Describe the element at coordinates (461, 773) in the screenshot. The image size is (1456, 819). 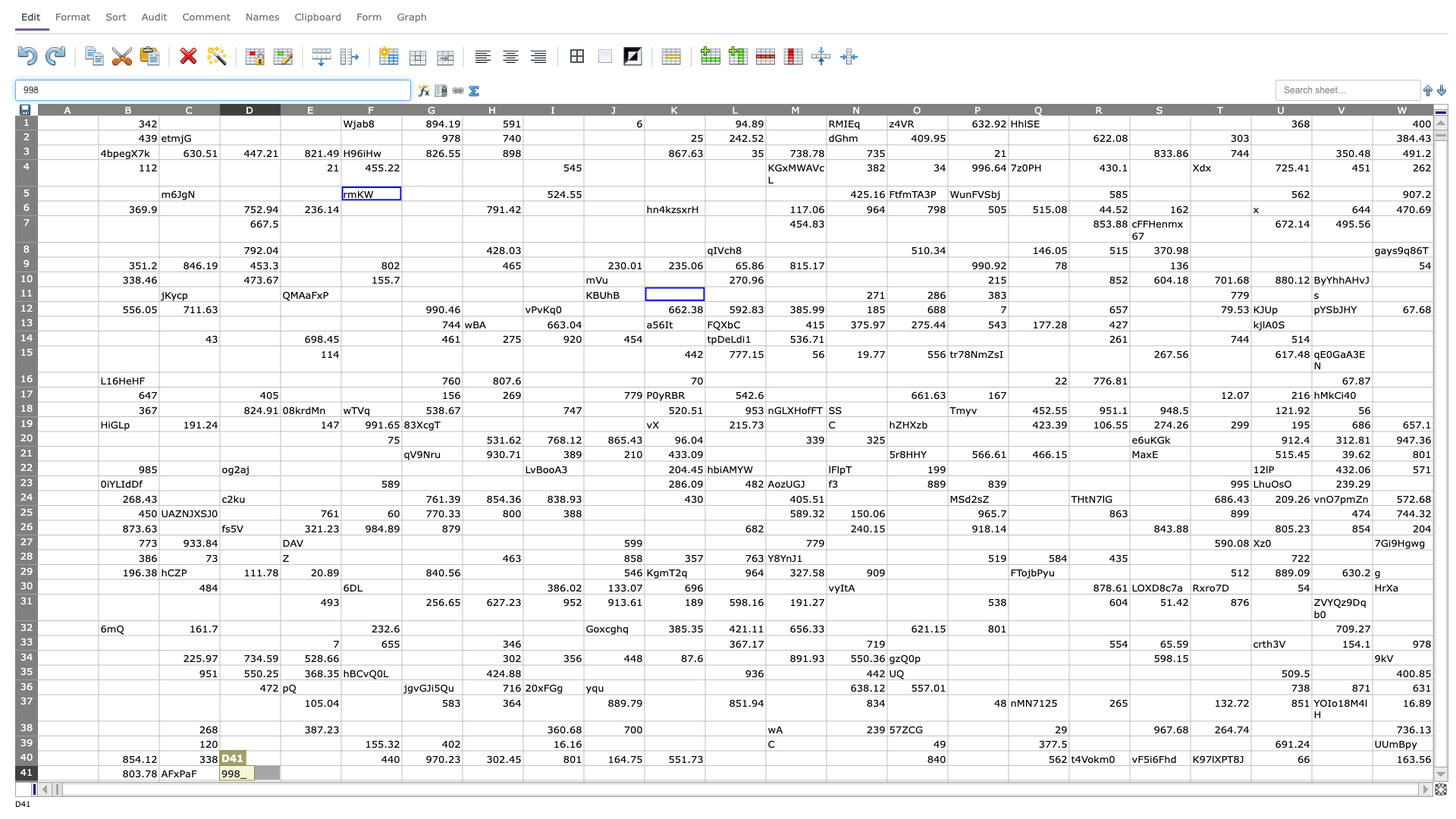
I see `left border at column H row 41` at that location.